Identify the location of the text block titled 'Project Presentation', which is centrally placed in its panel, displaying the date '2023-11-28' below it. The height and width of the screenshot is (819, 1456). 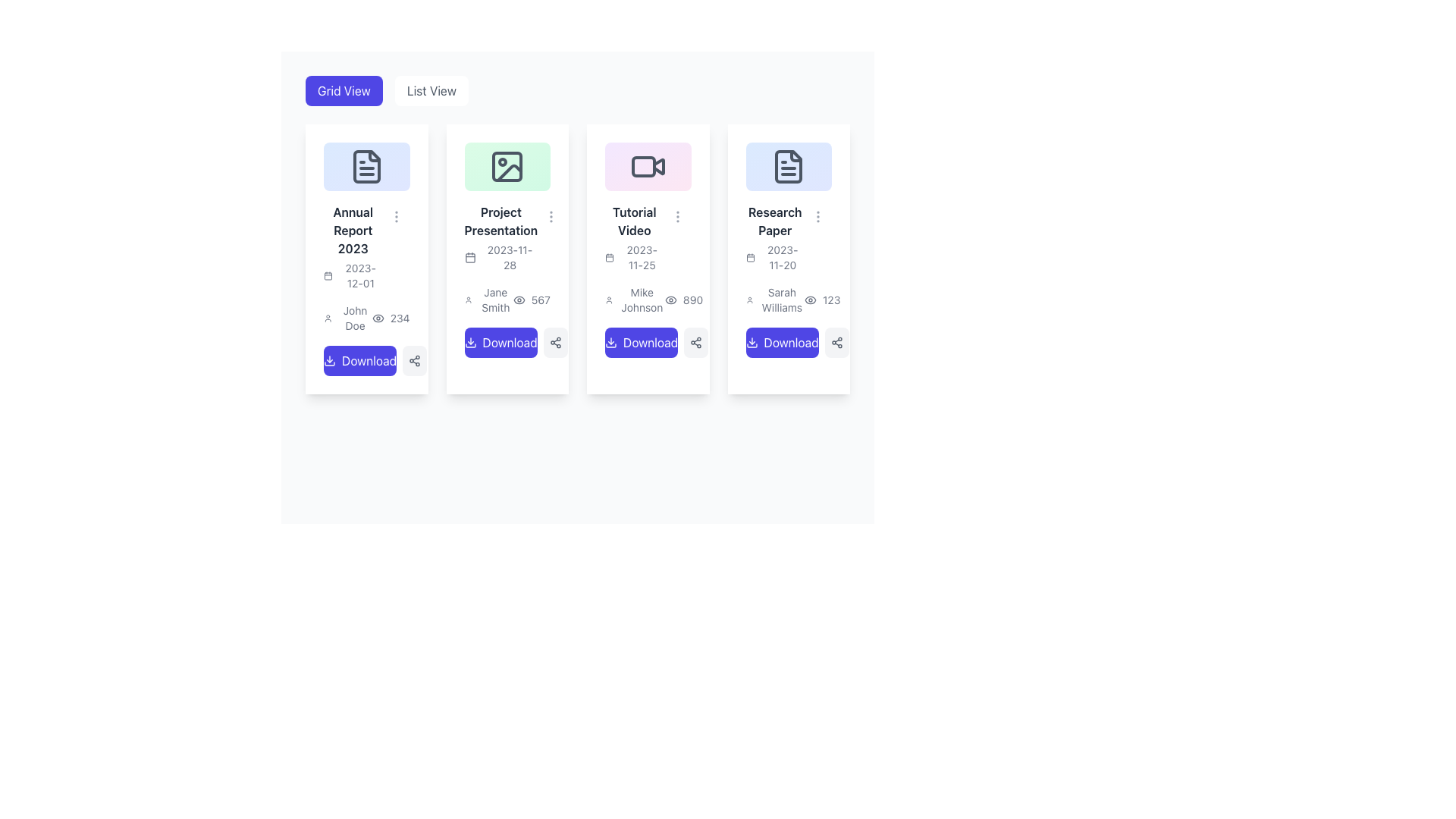
(507, 237).